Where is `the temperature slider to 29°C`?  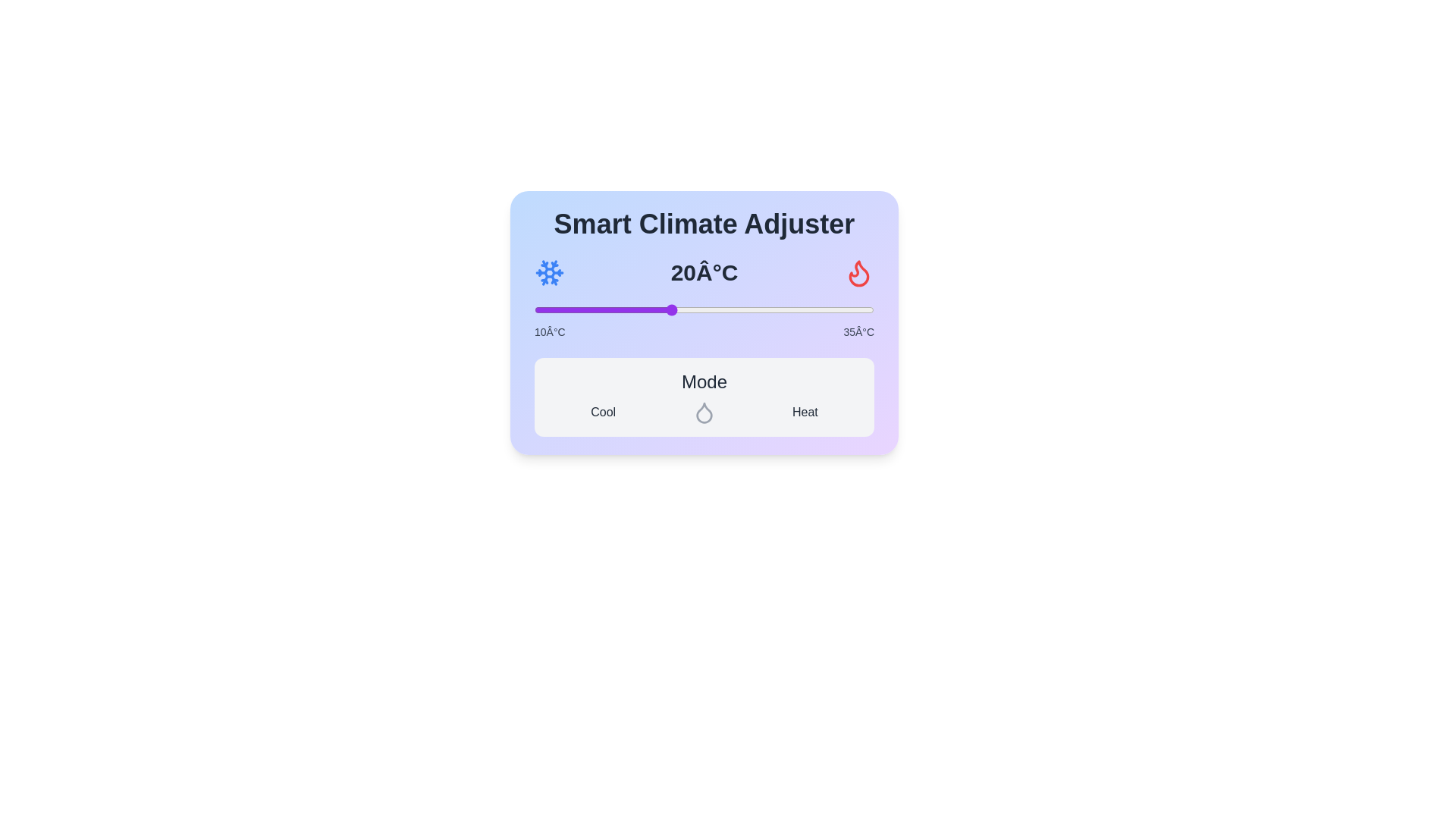 the temperature slider to 29°C is located at coordinates (792, 309).